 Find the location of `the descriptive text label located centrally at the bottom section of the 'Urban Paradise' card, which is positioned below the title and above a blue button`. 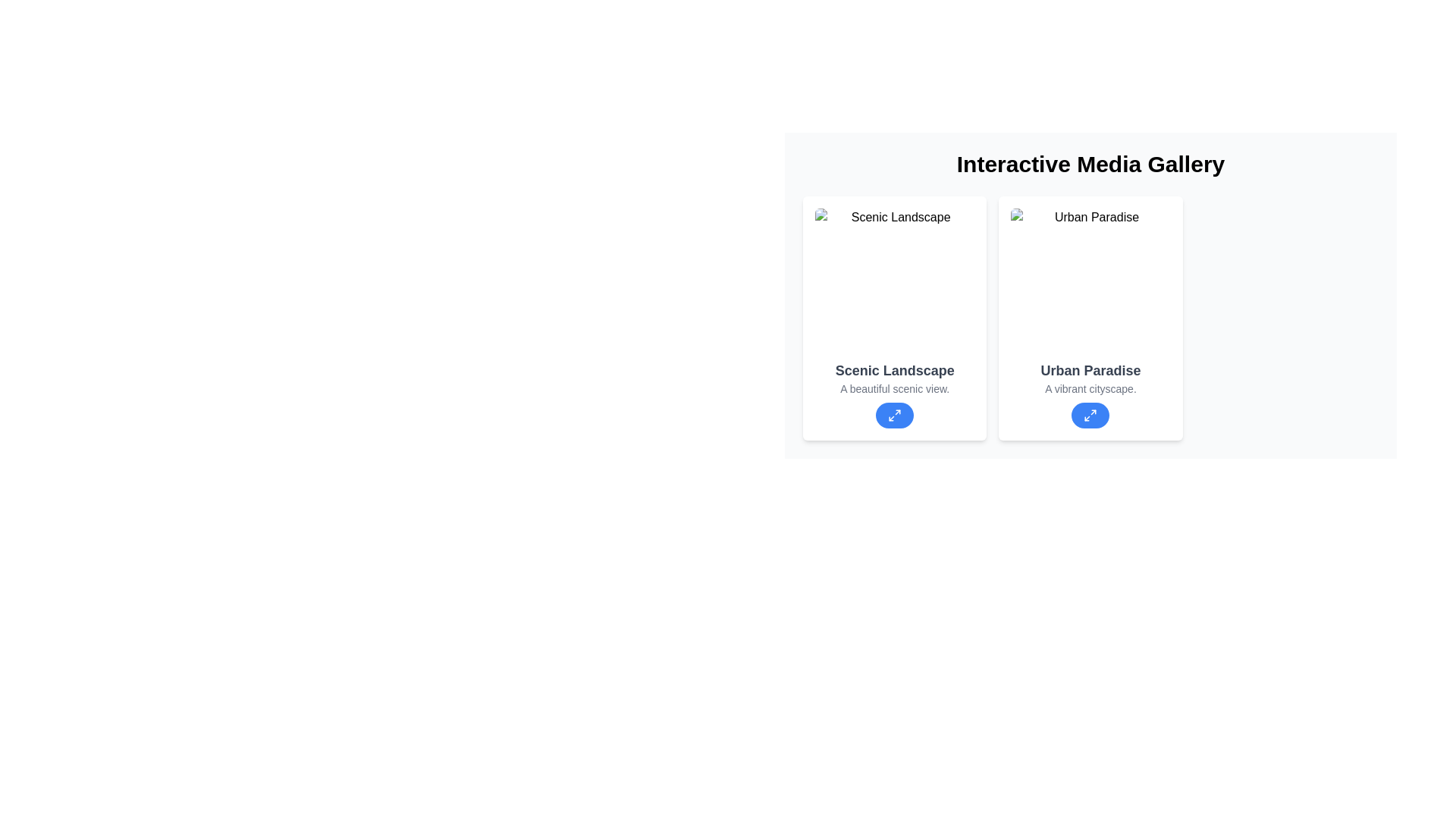

the descriptive text label located centrally at the bottom section of the 'Urban Paradise' card, which is positioned below the title and above a blue button is located at coordinates (1090, 388).